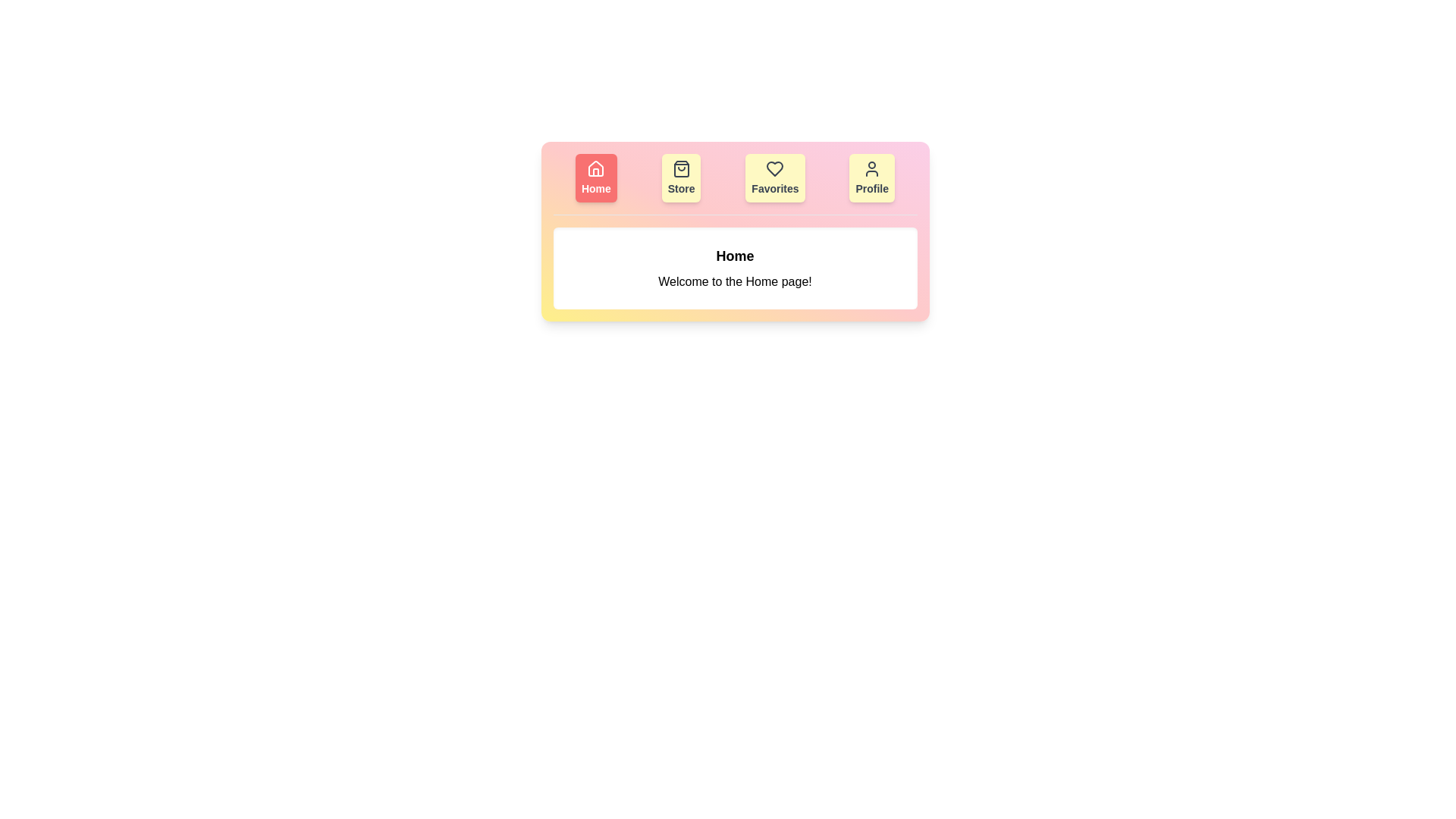 Image resolution: width=1456 pixels, height=819 pixels. What do you see at coordinates (775, 177) in the screenshot?
I see `the tab labeled Favorites to switch to its content` at bounding box center [775, 177].